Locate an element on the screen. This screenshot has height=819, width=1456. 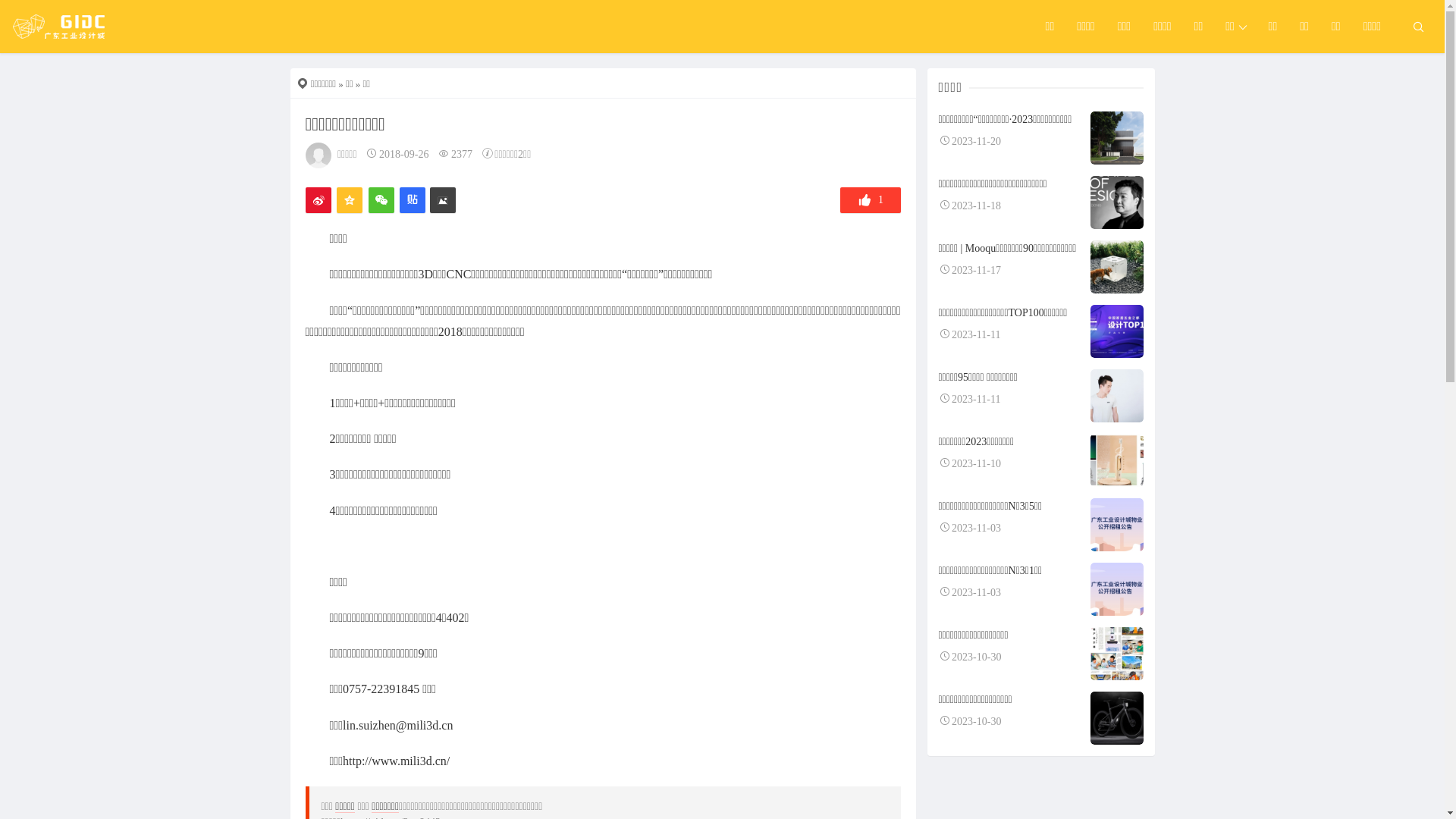
'1' is located at coordinates (870, 199).